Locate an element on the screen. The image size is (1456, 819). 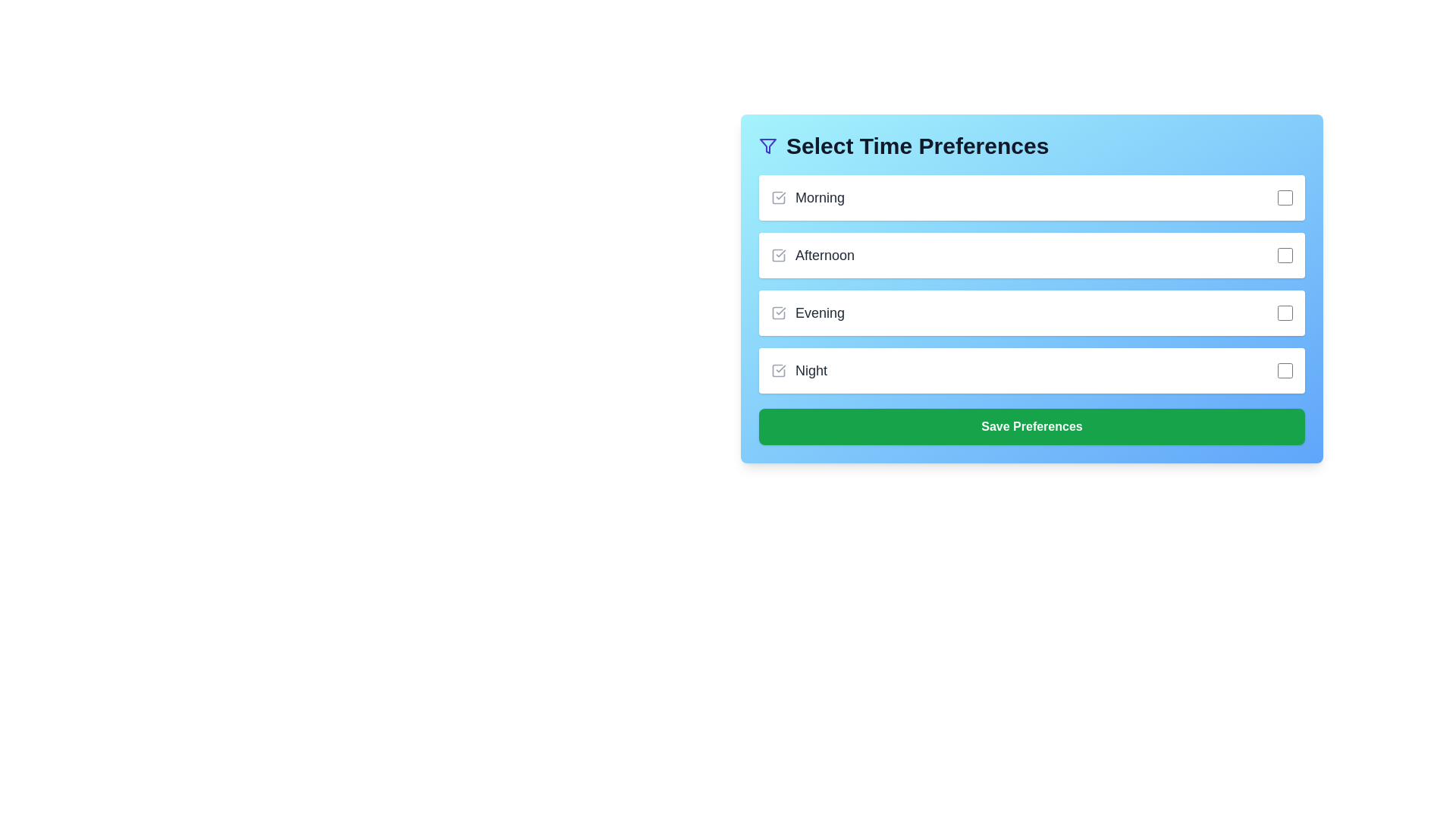
the text label displaying 'Morning' in bold, dark gray font, which is located adjacent to a checkbox in the 'Select Time Preferences' settings menu is located at coordinates (819, 197).